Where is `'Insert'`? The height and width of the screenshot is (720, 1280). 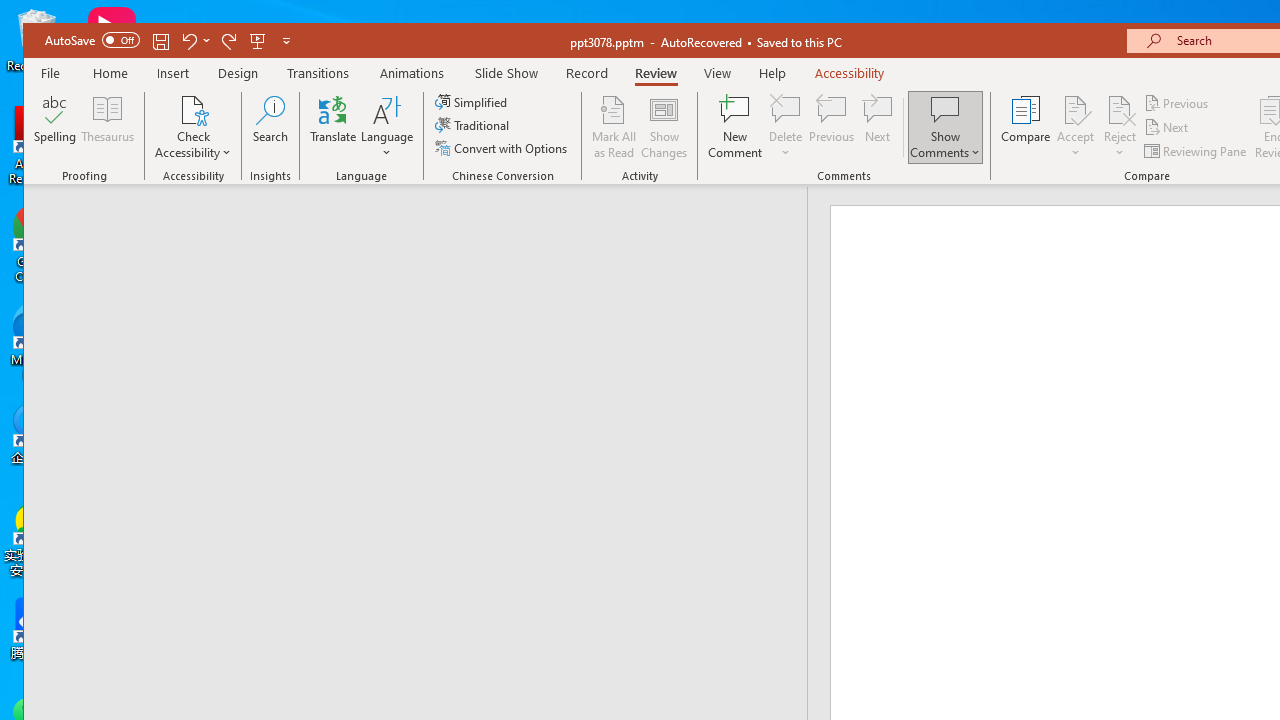
'Insert' is located at coordinates (173, 72).